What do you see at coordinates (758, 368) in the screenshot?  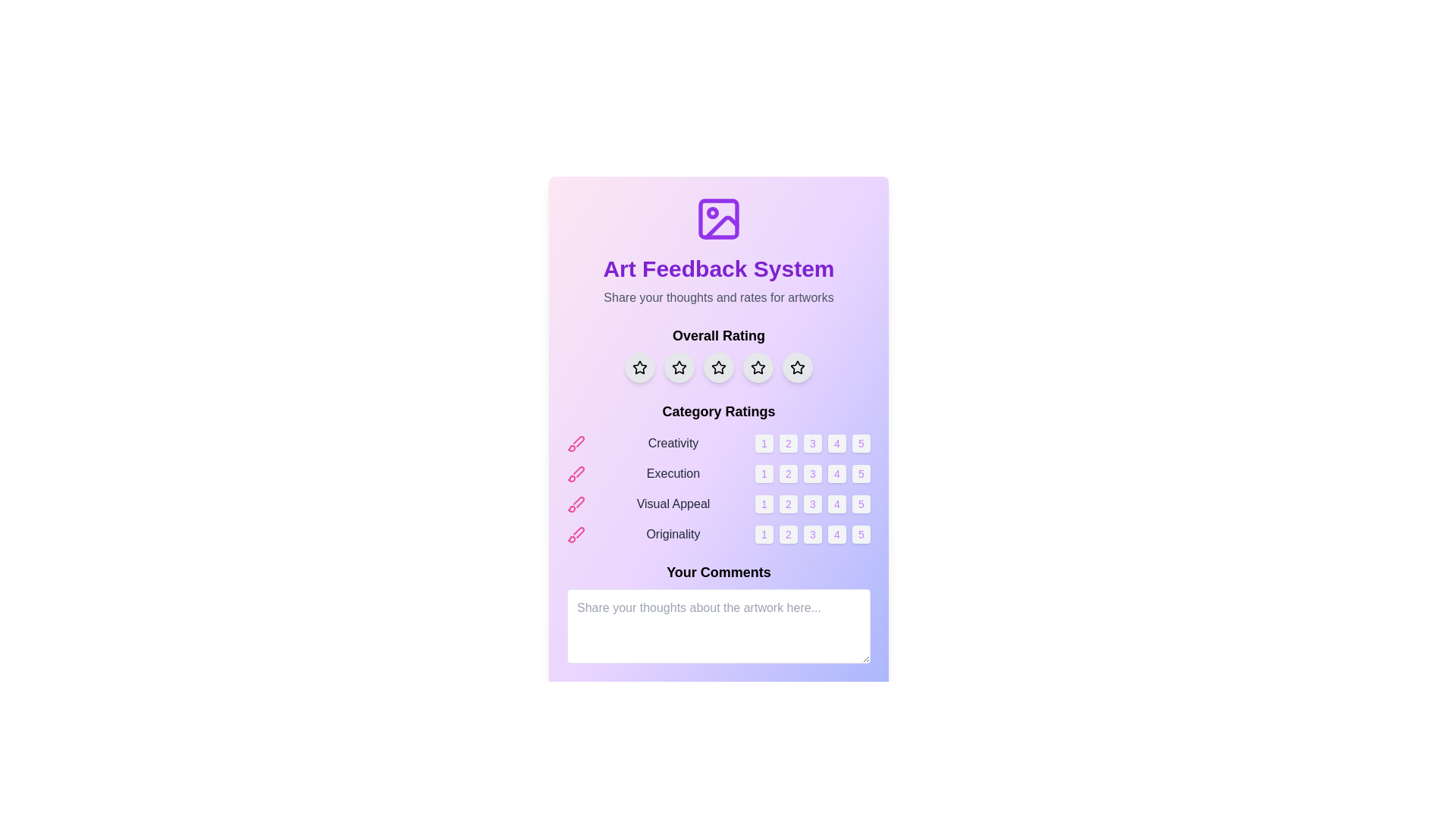 I see `the circular button with an outlined star icon located below the 'Overall Rating' heading` at bounding box center [758, 368].